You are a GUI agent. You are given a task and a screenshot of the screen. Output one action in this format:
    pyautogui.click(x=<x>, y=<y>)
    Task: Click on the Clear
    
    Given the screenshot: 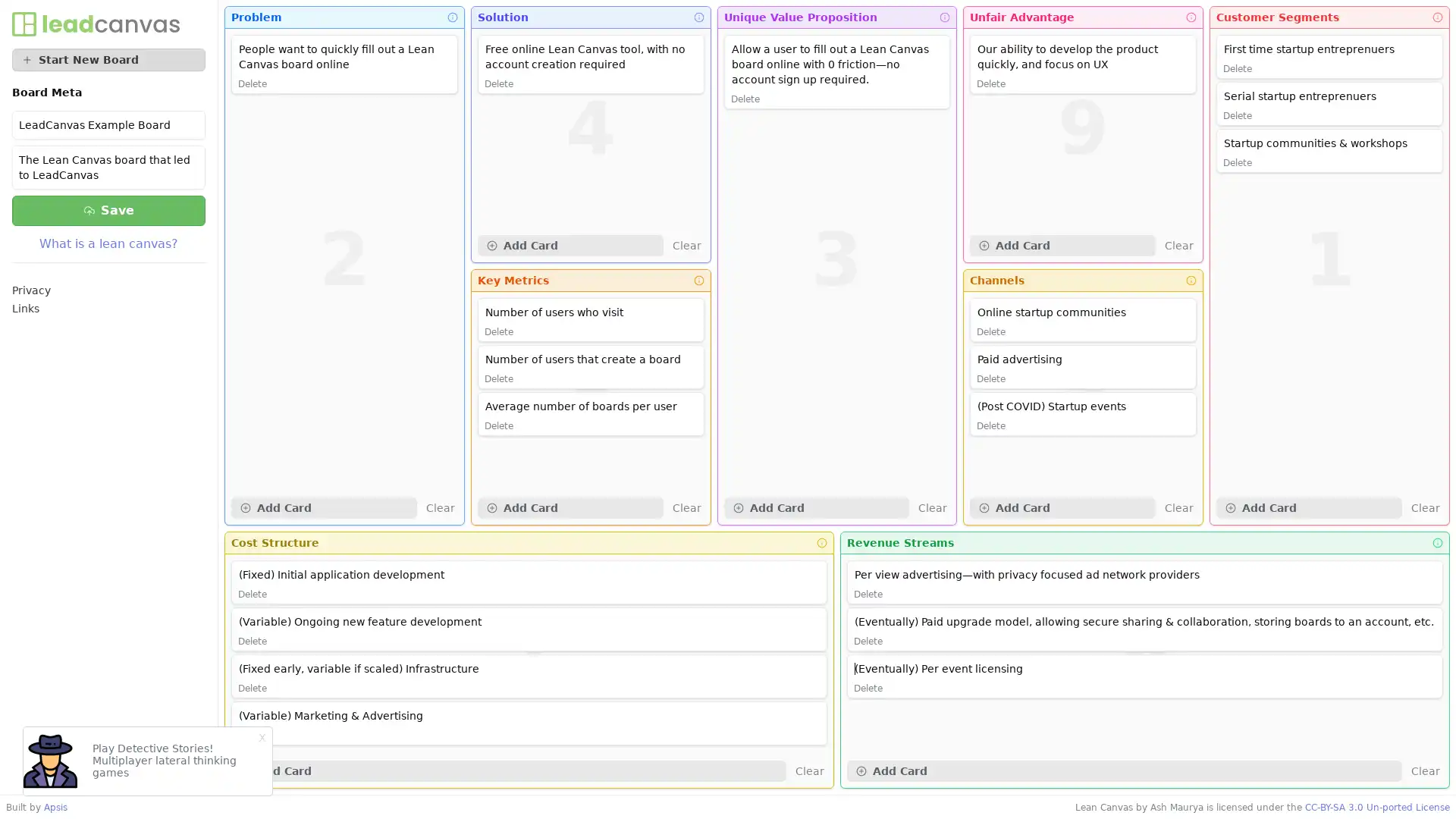 What is the action you would take?
    pyautogui.click(x=931, y=508)
    